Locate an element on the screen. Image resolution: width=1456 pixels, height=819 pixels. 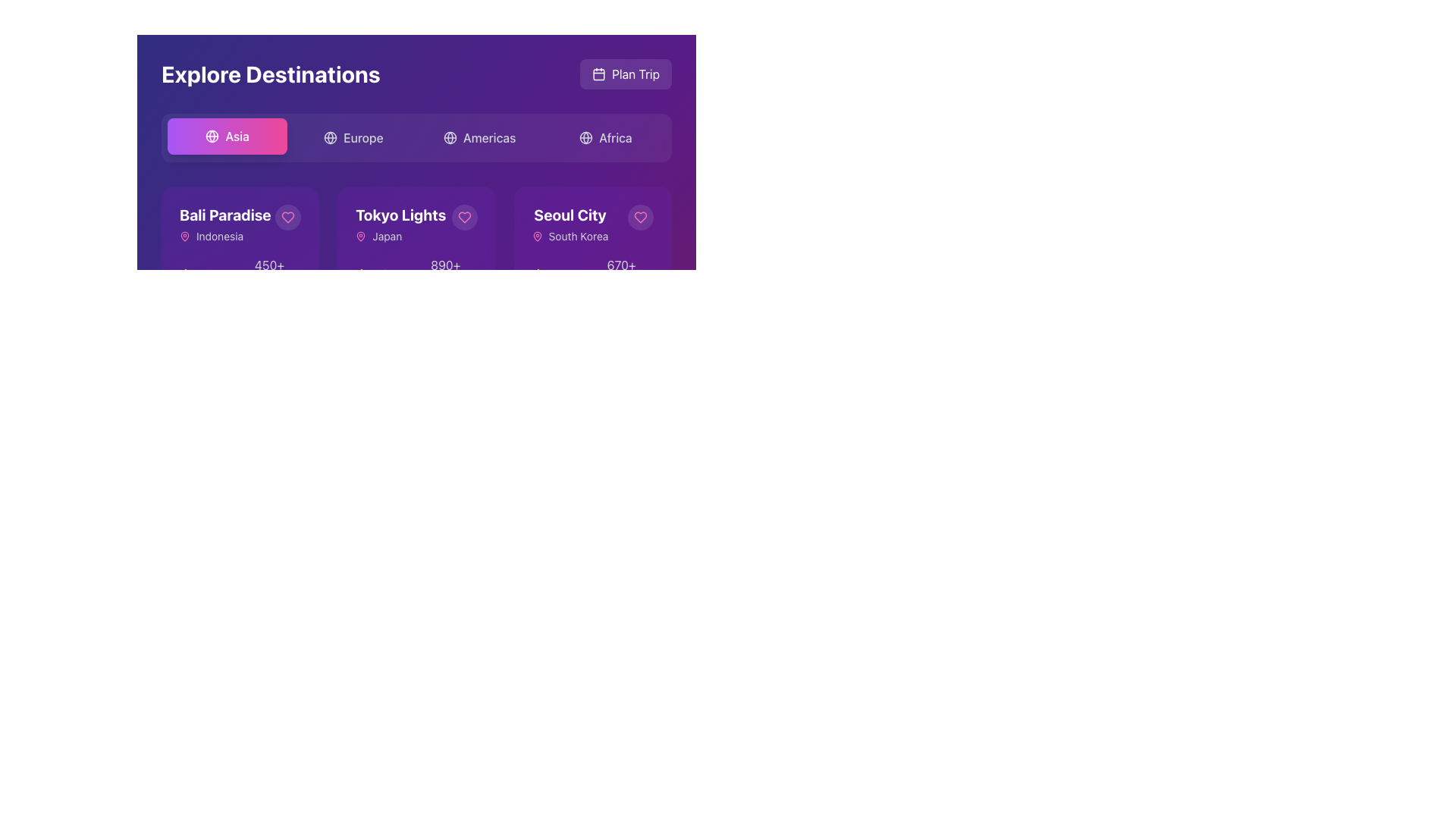
the purple rounded rectangle background of the calendar icon located within the 'Plan Trip' button at the top-right corner of the interface is located at coordinates (598, 74).